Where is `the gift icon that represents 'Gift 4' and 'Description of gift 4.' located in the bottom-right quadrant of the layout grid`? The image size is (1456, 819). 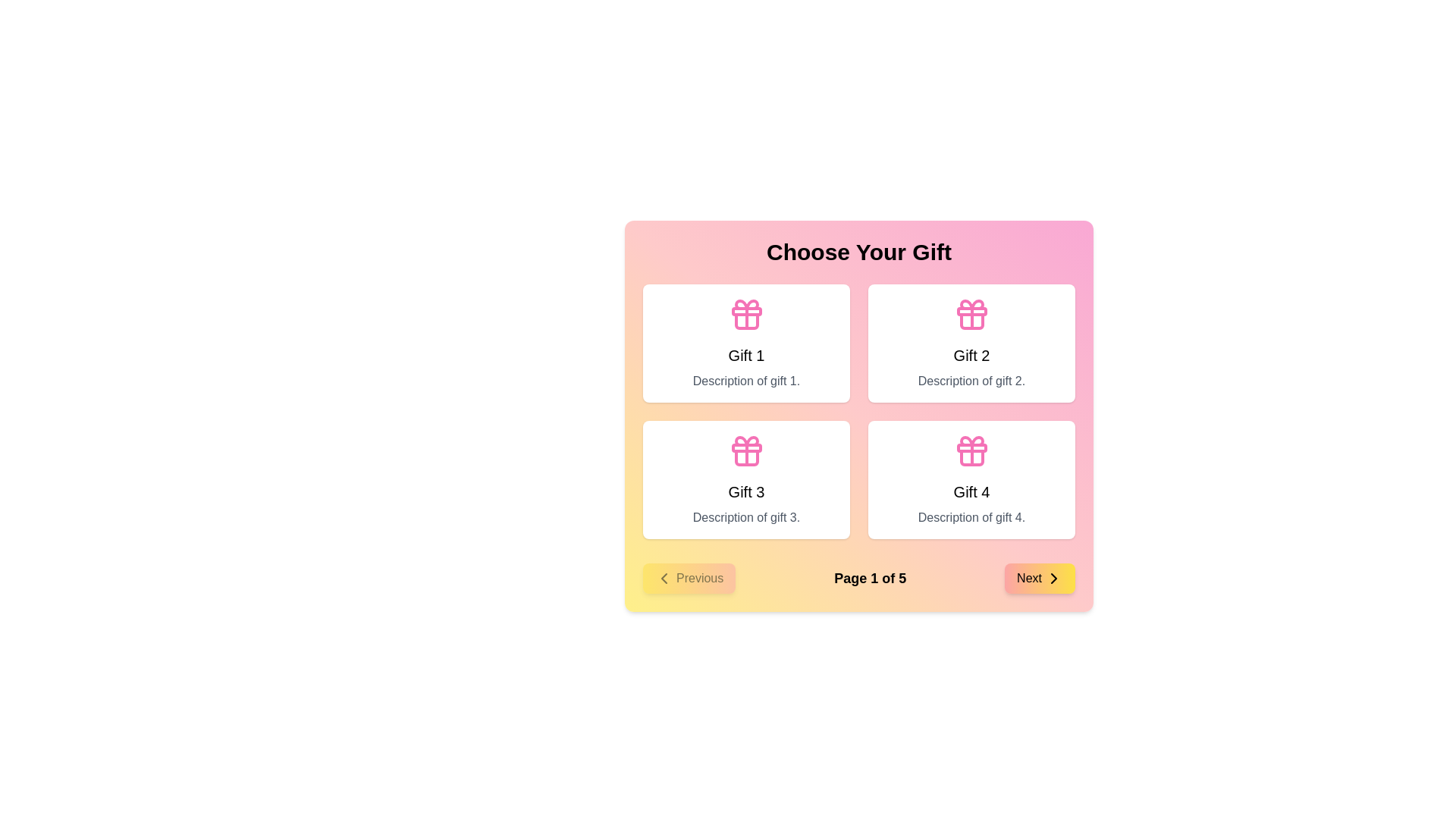
the gift icon that represents 'Gift 4' and 'Description of gift 4.' located in the bottom-right quadrant of the layout grid is located at coordinates (971, 450).